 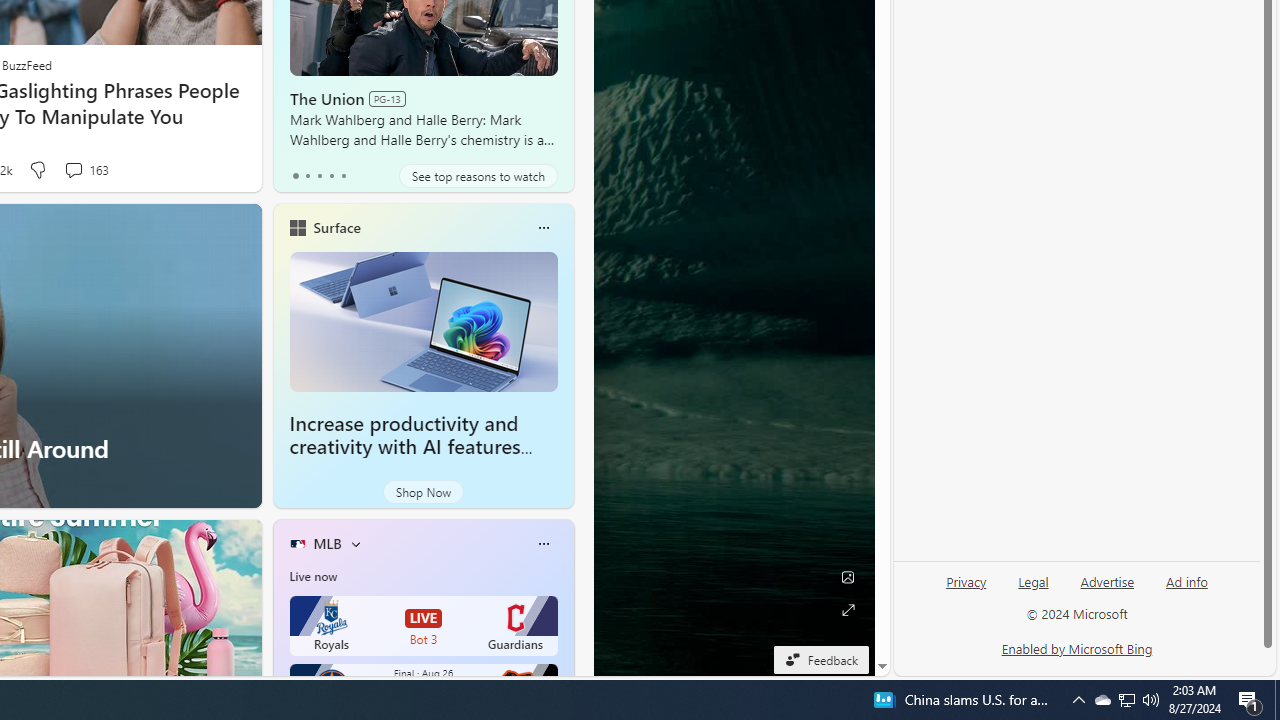 I want to click on 'tab-3', so click(x=331, y=175).